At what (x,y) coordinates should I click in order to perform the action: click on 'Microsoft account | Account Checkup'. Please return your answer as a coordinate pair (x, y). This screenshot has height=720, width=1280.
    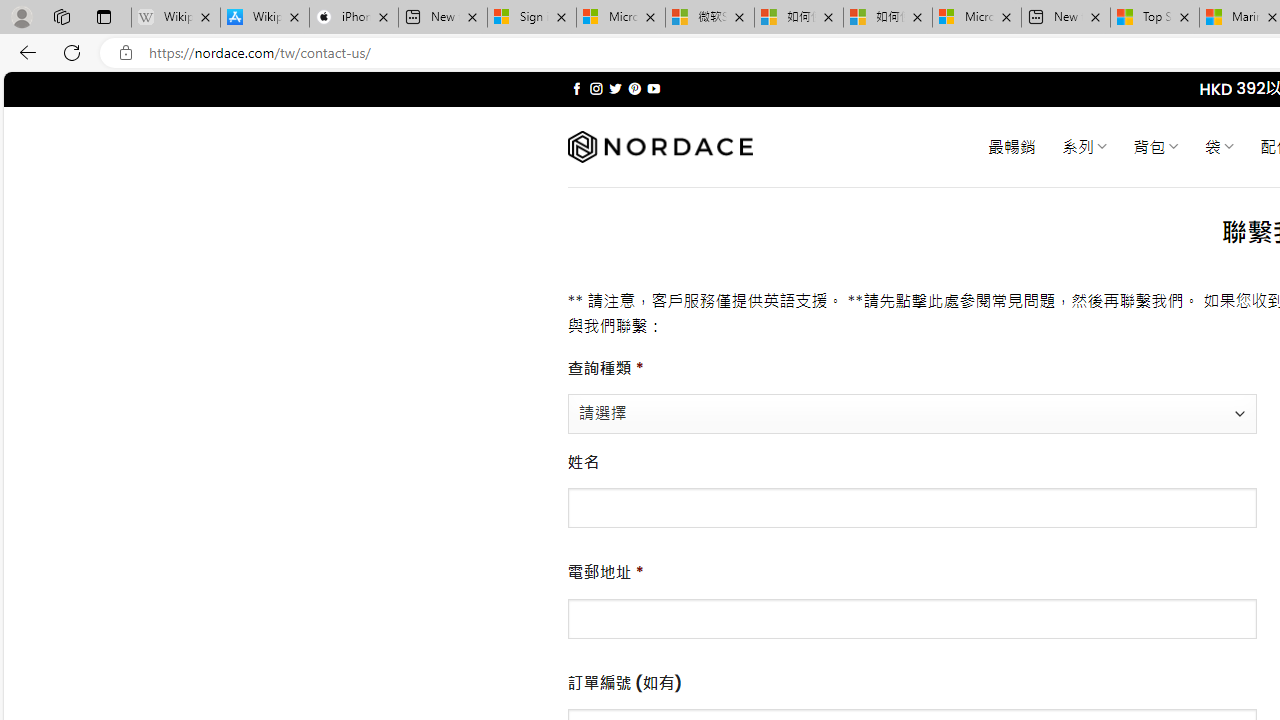
    Looking at the image, I should click on (977, 17).